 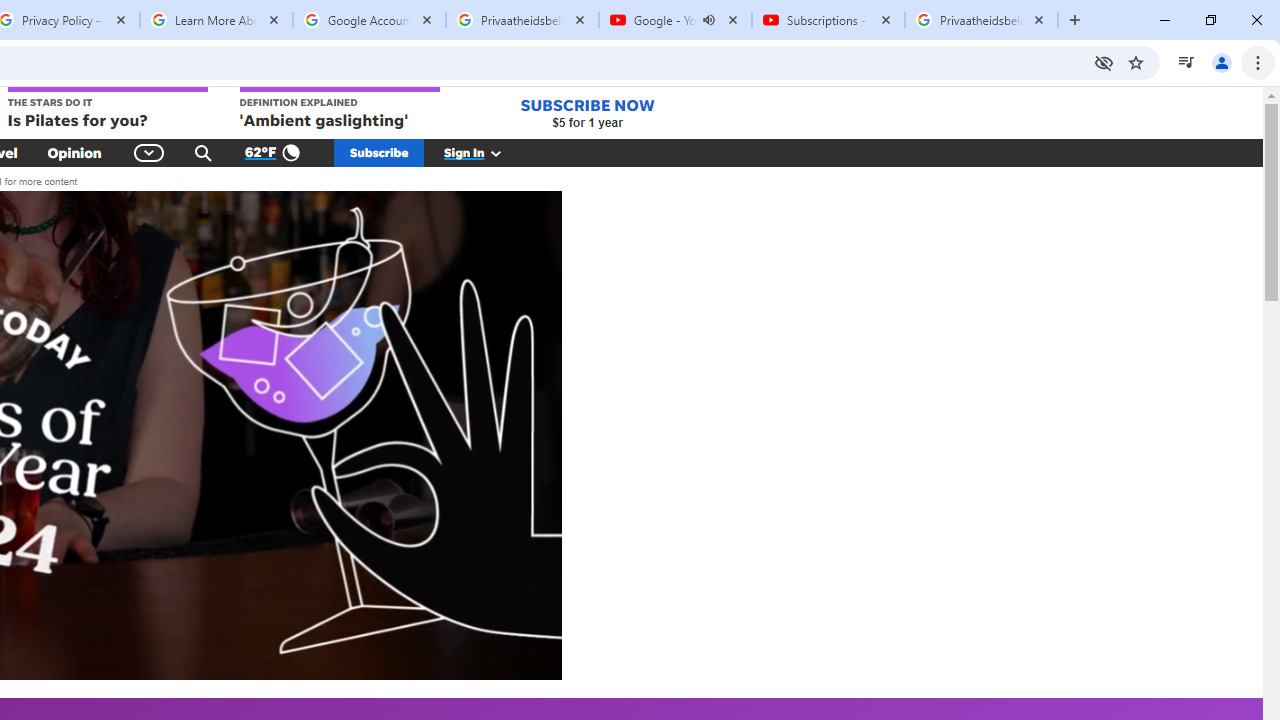 What do you see at coordinates (74, 152) in the screenshot?
I see `'Opinion'` at bounding box center [74, 152].